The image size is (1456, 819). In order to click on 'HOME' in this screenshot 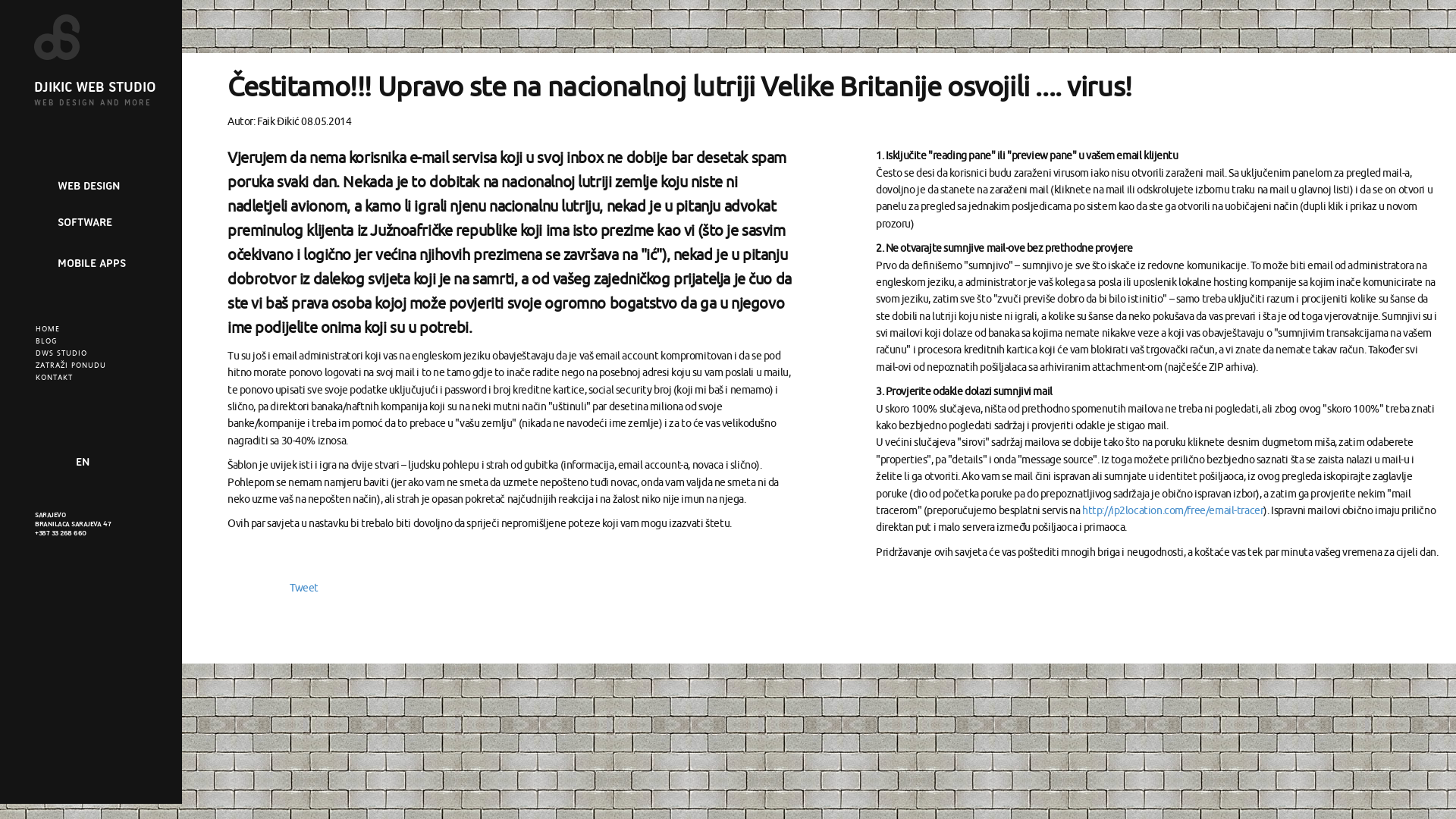, I will do `click(47, 328)`.